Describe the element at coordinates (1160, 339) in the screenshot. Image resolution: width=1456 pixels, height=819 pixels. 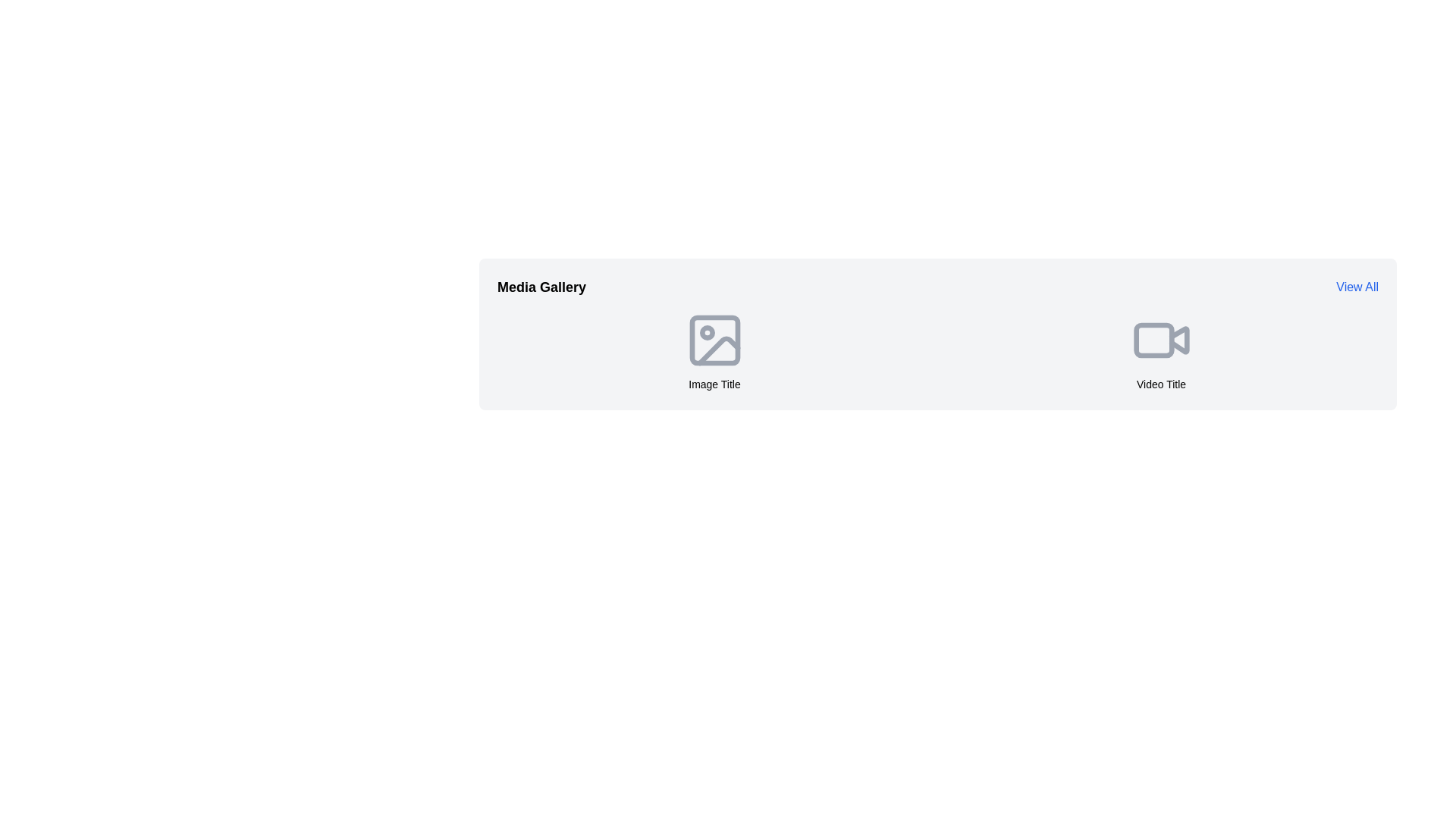
I see `the video icon that represents video content, located in the media gallery layout, positioned right of the 'Image Title' and above the 'Video Title'` at that location.